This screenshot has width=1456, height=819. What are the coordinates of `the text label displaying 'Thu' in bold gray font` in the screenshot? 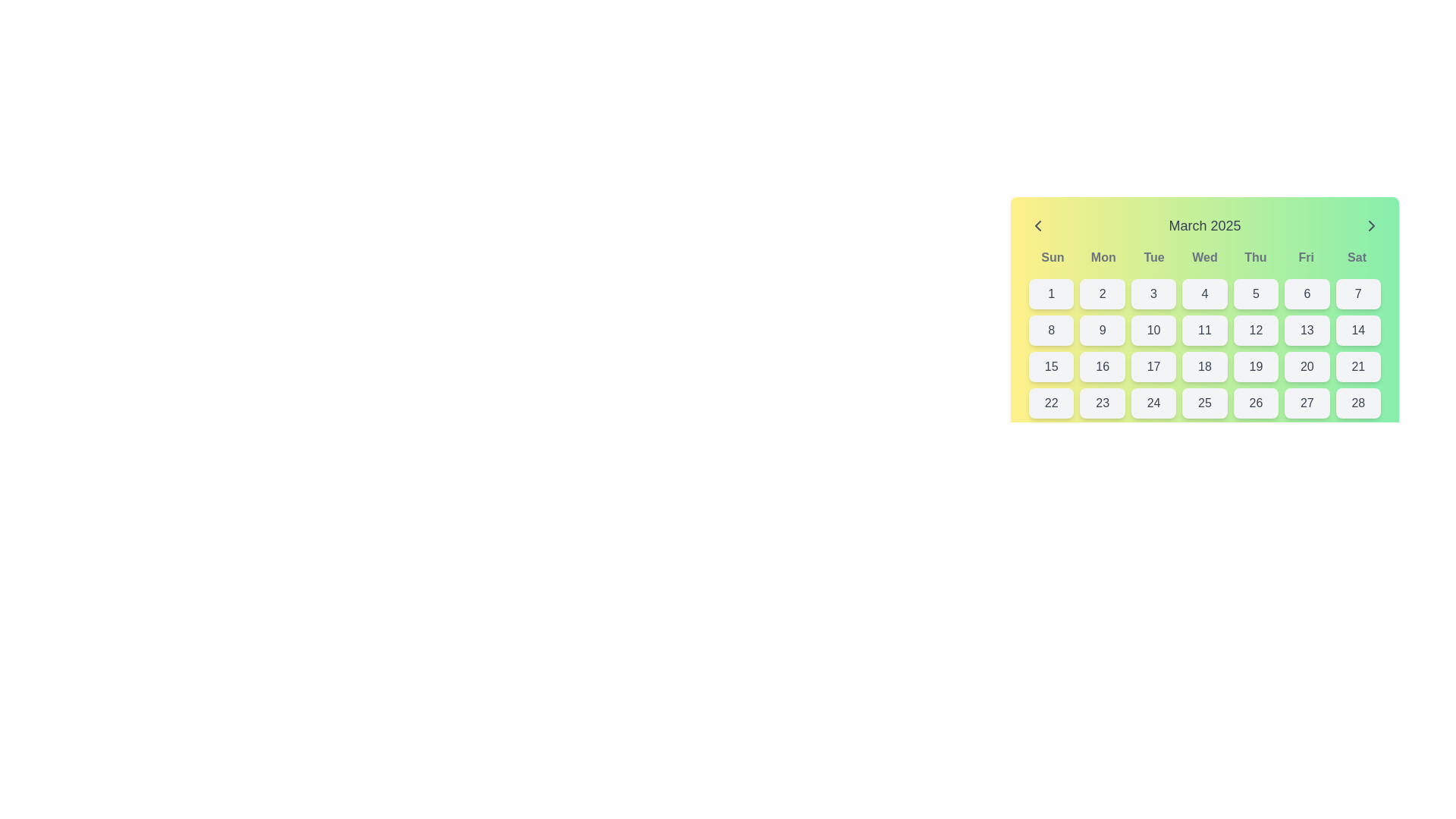 It's located at (1255, 256).